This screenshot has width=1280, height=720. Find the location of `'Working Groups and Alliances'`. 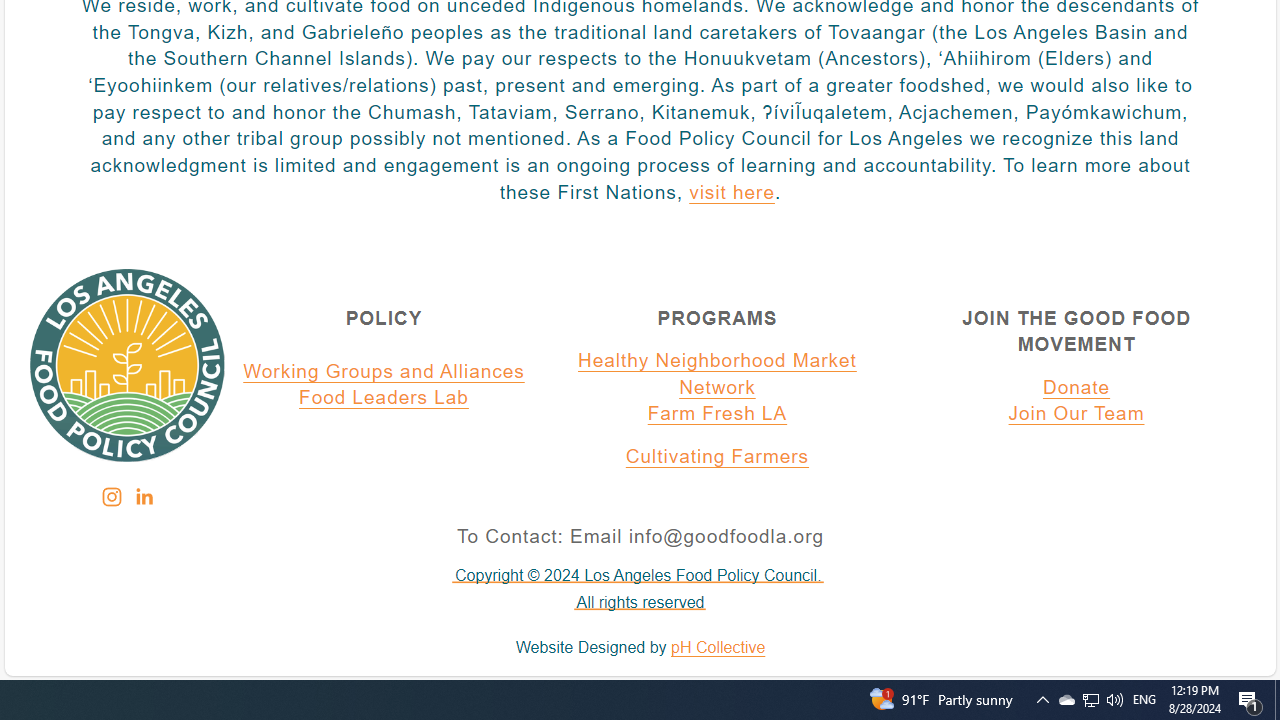

'Working Groups and Alliances' is located at coordinates (384, 371).